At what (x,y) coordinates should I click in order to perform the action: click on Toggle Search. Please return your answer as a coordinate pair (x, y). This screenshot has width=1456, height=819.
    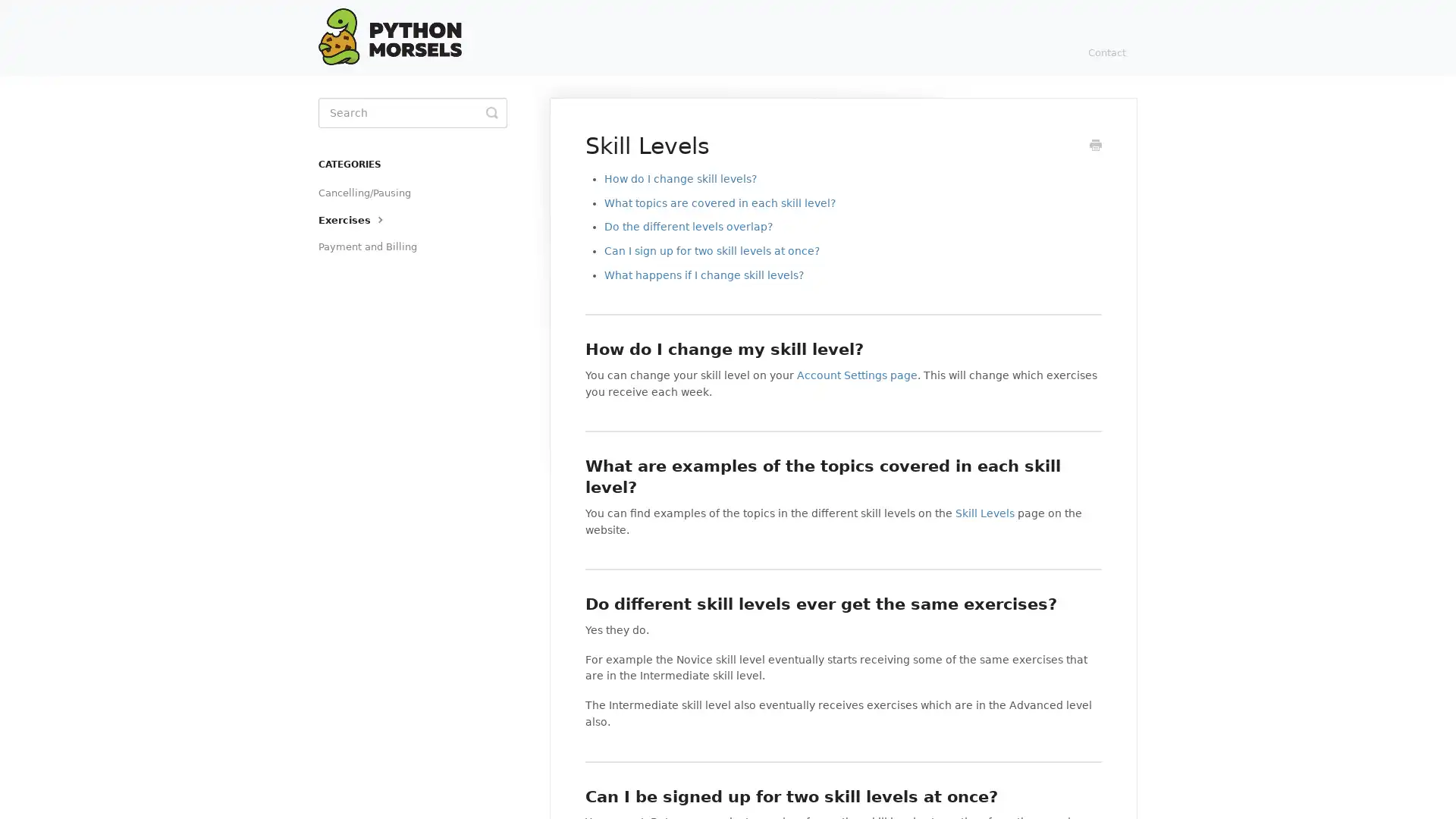
    Looking at the image, I should click on (491, 112).